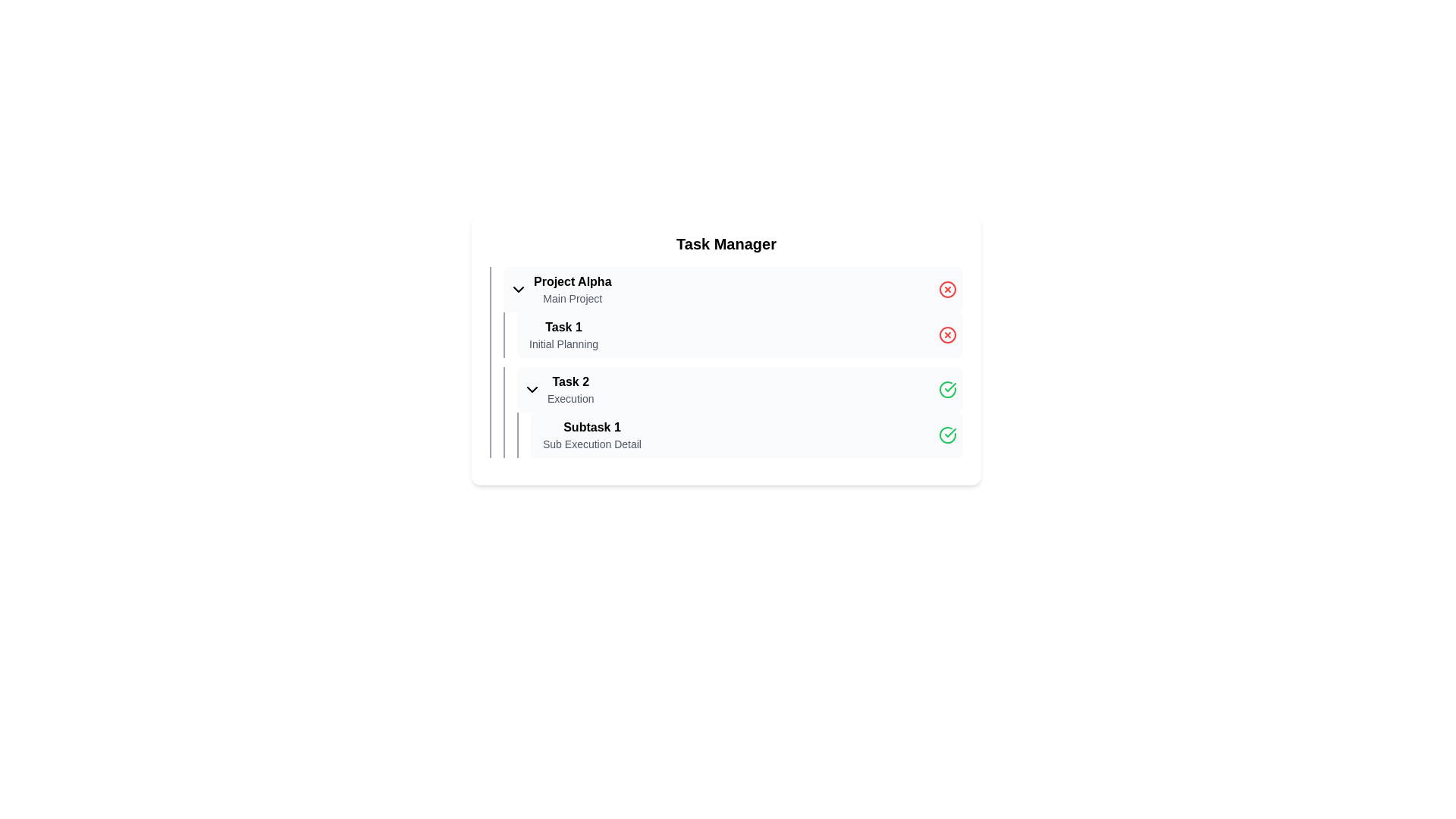 Image resolution: width=1456 pixels, height=819 pixels. What do you see at coordinates (949, 432) in the screenshot?
I see `the checkmark icon within a green circle, which is located to the right of the 'Task 2' label, indicating task status` at bounding box center [949, 432].